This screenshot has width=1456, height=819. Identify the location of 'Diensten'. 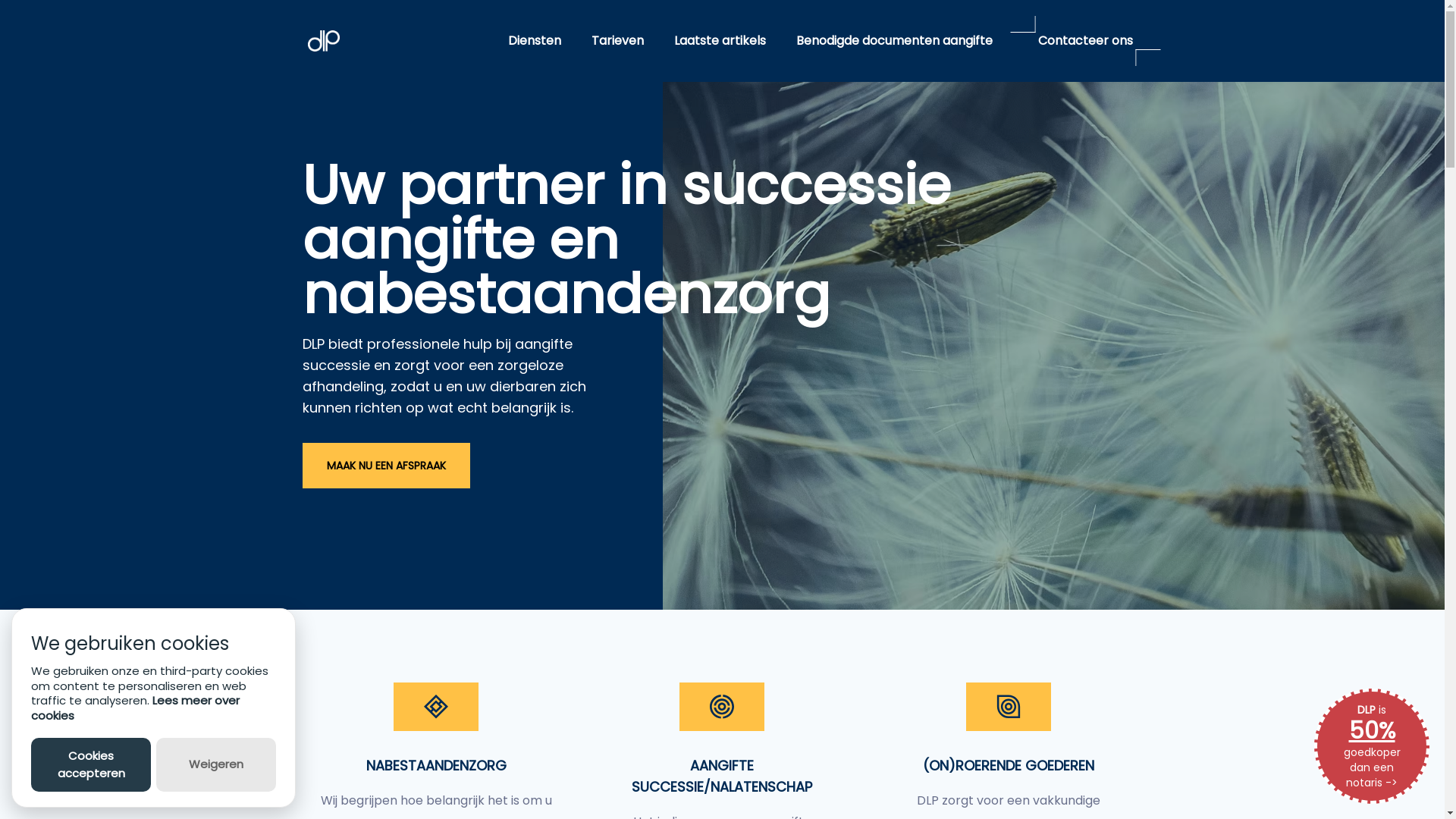
(535, 39).